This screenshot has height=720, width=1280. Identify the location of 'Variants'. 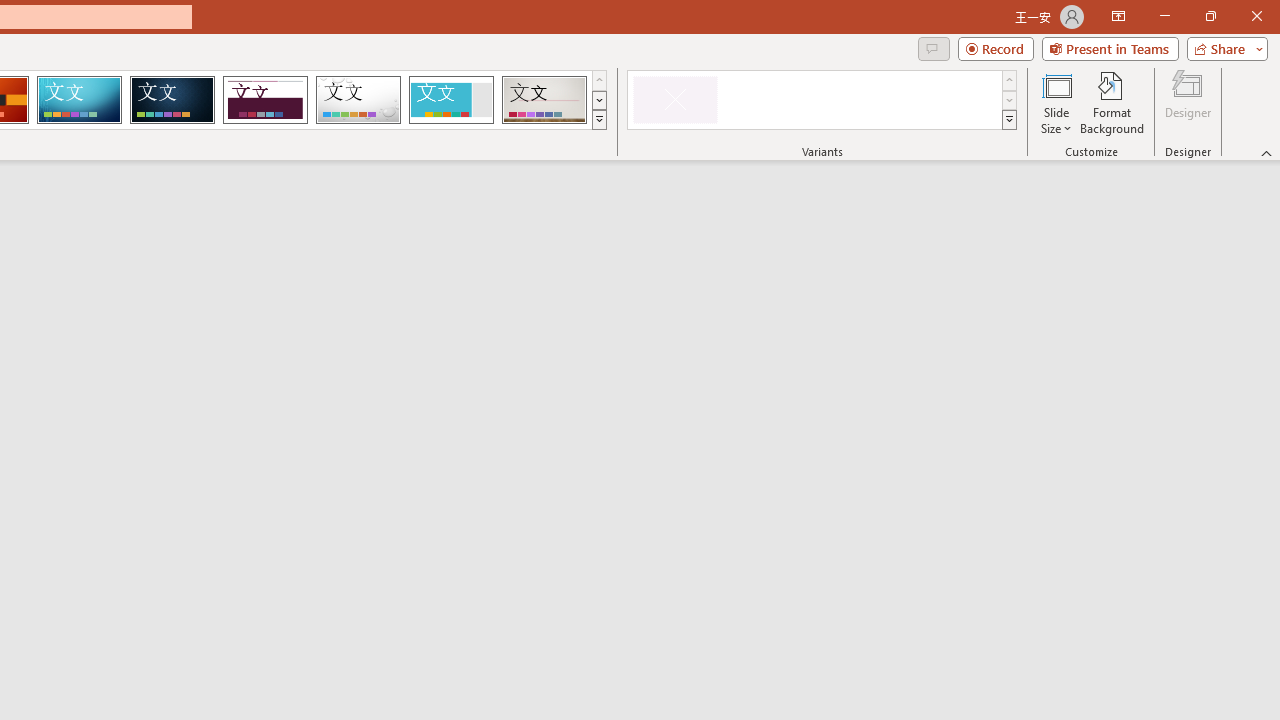
(1009, 120).